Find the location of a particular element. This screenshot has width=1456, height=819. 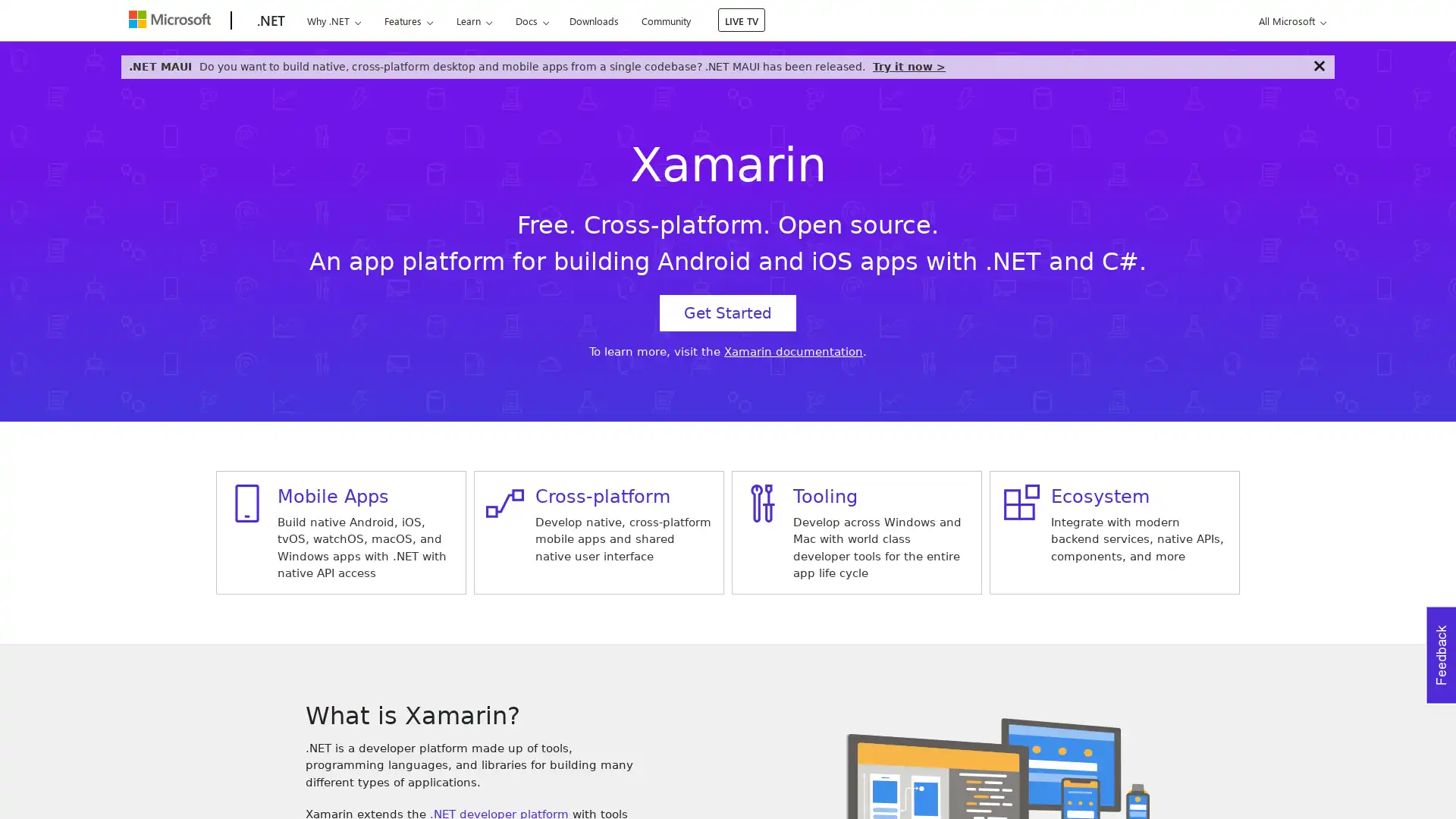

Docs is located at coordinates (532, 20).